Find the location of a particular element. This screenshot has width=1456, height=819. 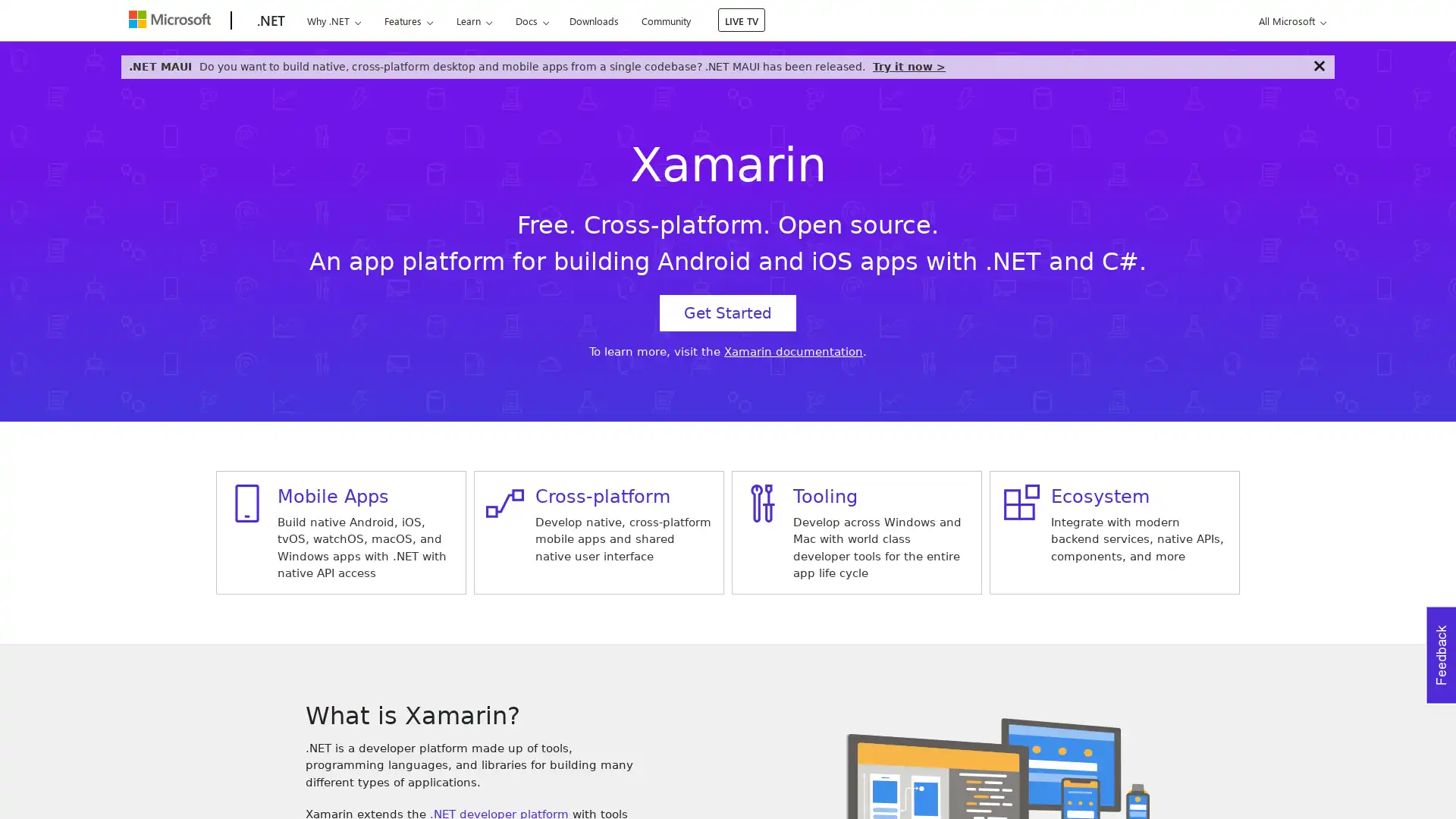

Docs is located at coordinates (532, 20).